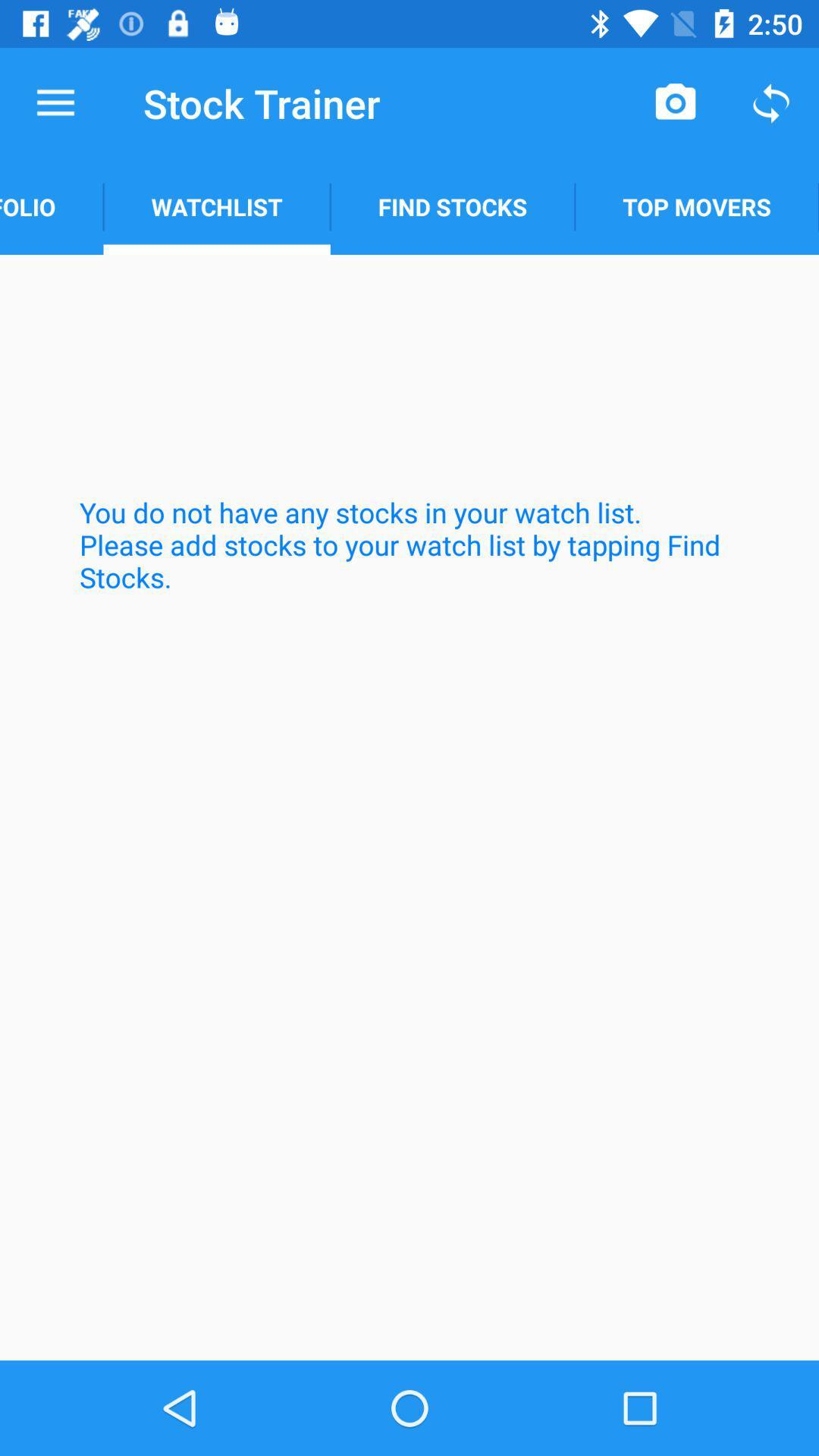 The image size is (819, 1456). Describe the element at coordinates (55, 102) in the screenshot. I see `the icon next to the stock trainer` at that location.